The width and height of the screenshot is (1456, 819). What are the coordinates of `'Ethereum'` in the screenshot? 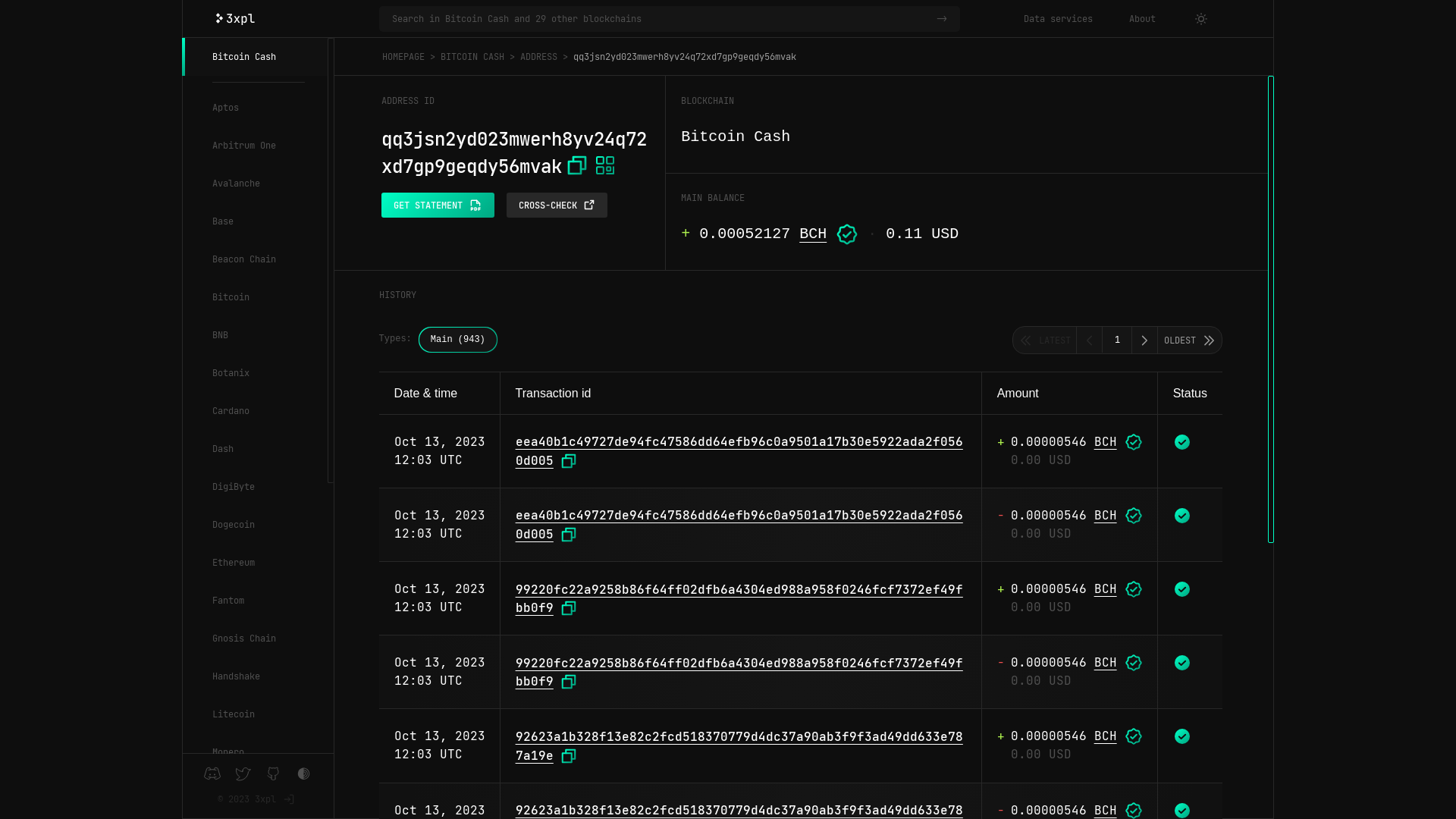 It's located at (255, 562).